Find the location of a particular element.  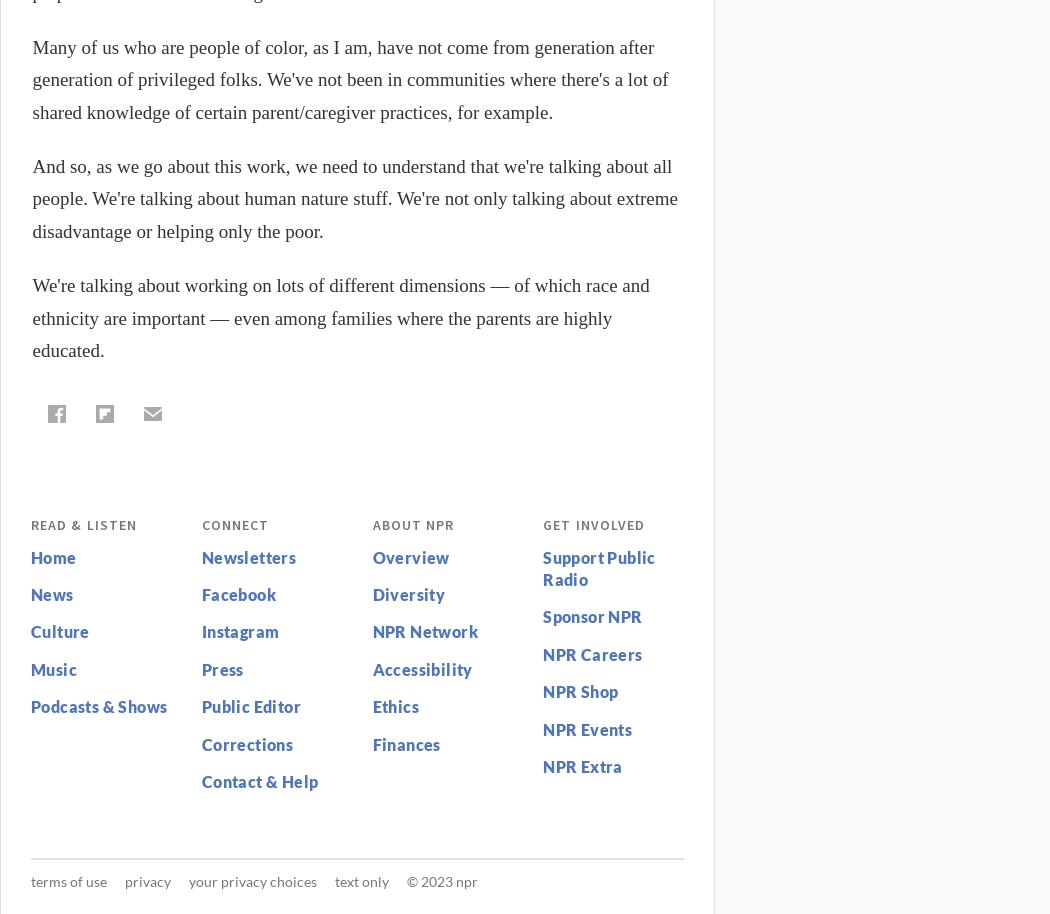

'About NPR' is located at coordinates (412, 522).